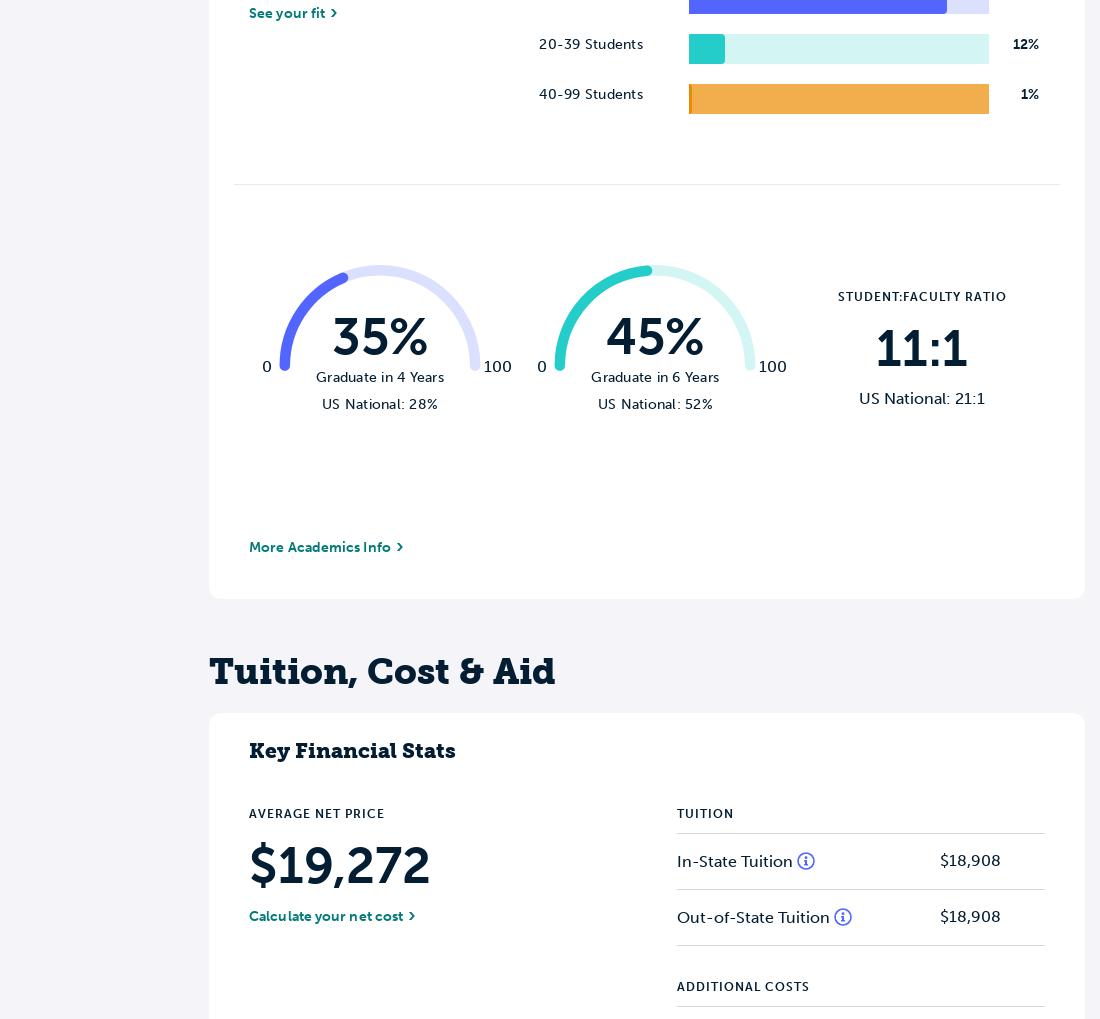 The image size is (1100, 1019). What do you see at coordinates (315, 375) in the screenshot?
I see `'Graduate in 4 Years'` at bounding box center [315, 375].